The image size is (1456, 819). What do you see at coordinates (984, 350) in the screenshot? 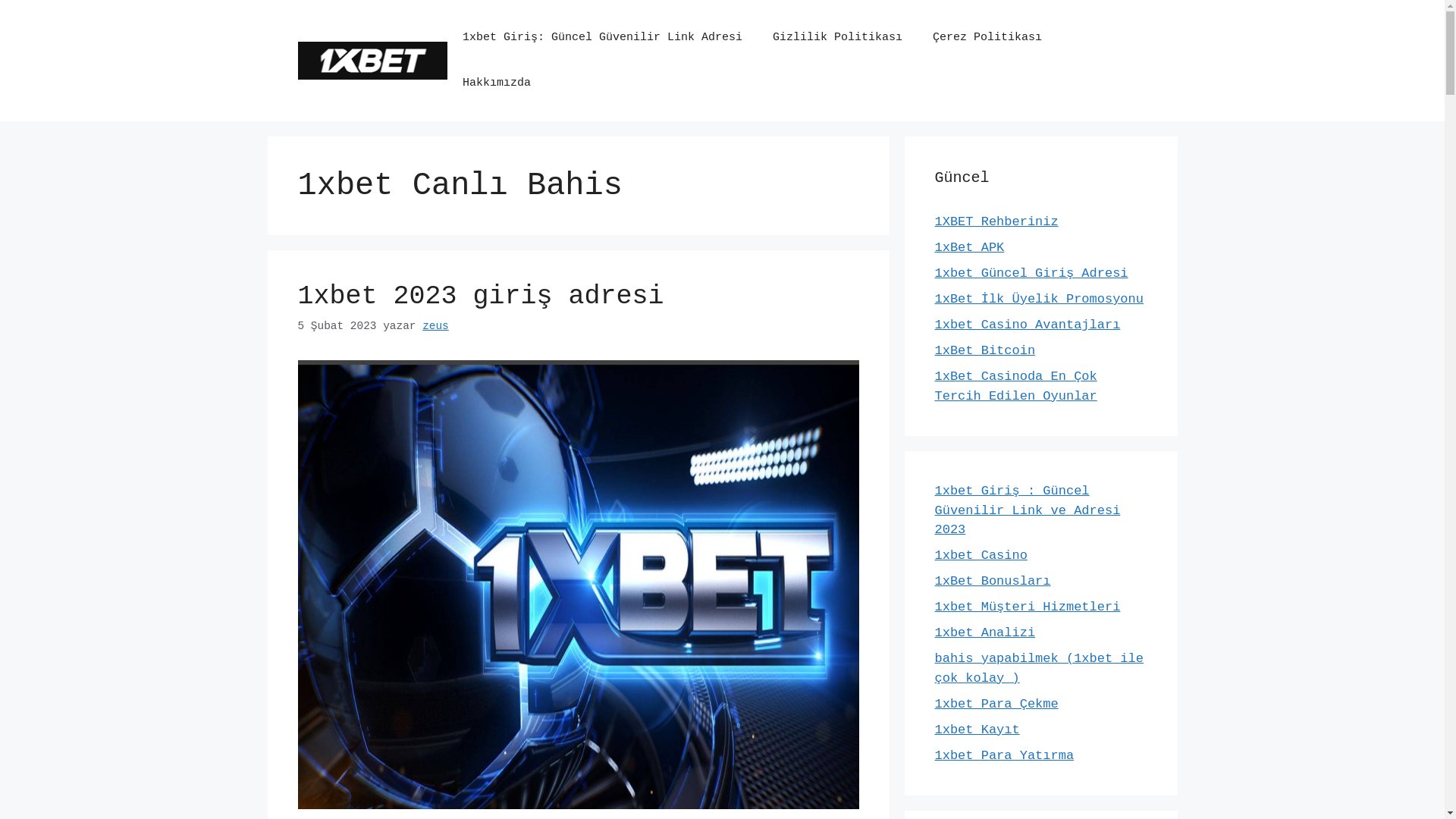
I see `'1xBet Bitcoin'` at bounding box center [984, 350].